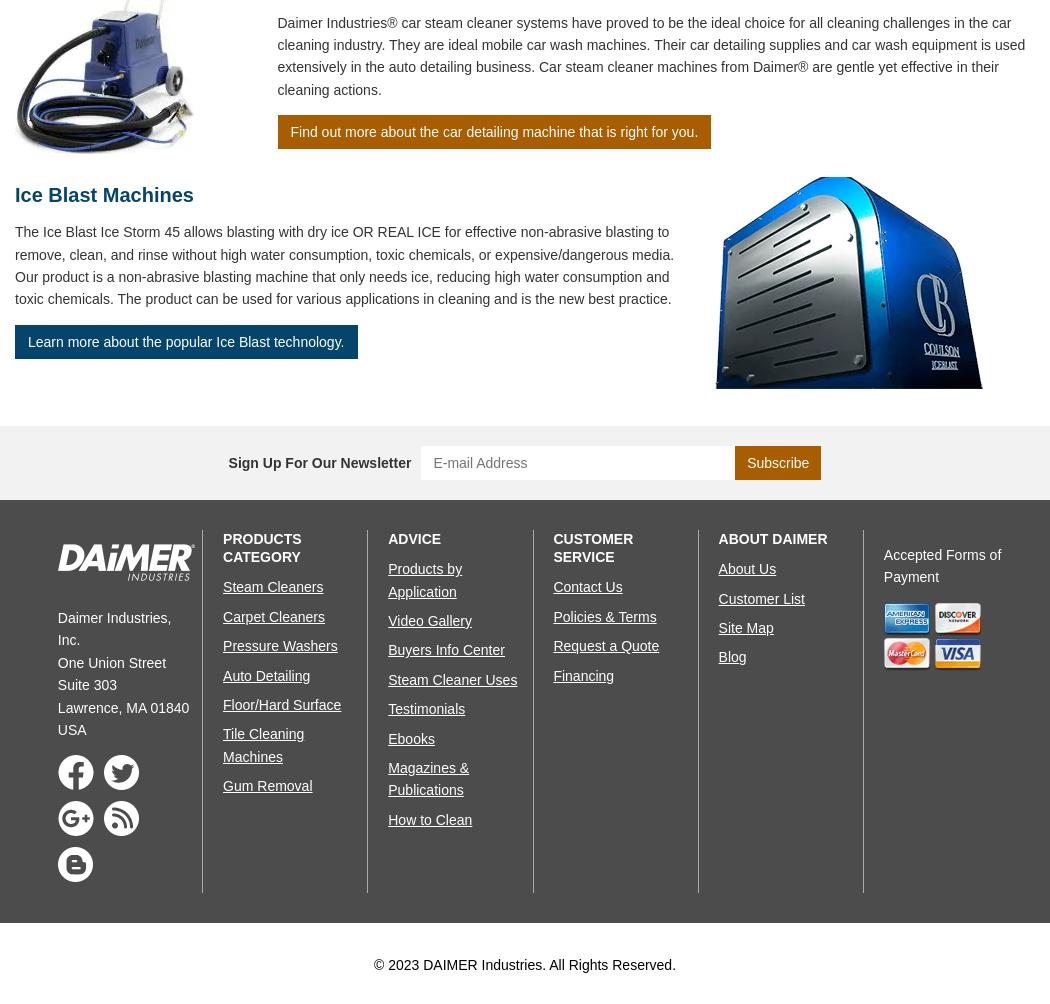  What do you see at coordinates (493, 131) in the screenshot?
I see `'Find out more about the car detailing machine that is right for you.'` at bounding box center [493, 131].